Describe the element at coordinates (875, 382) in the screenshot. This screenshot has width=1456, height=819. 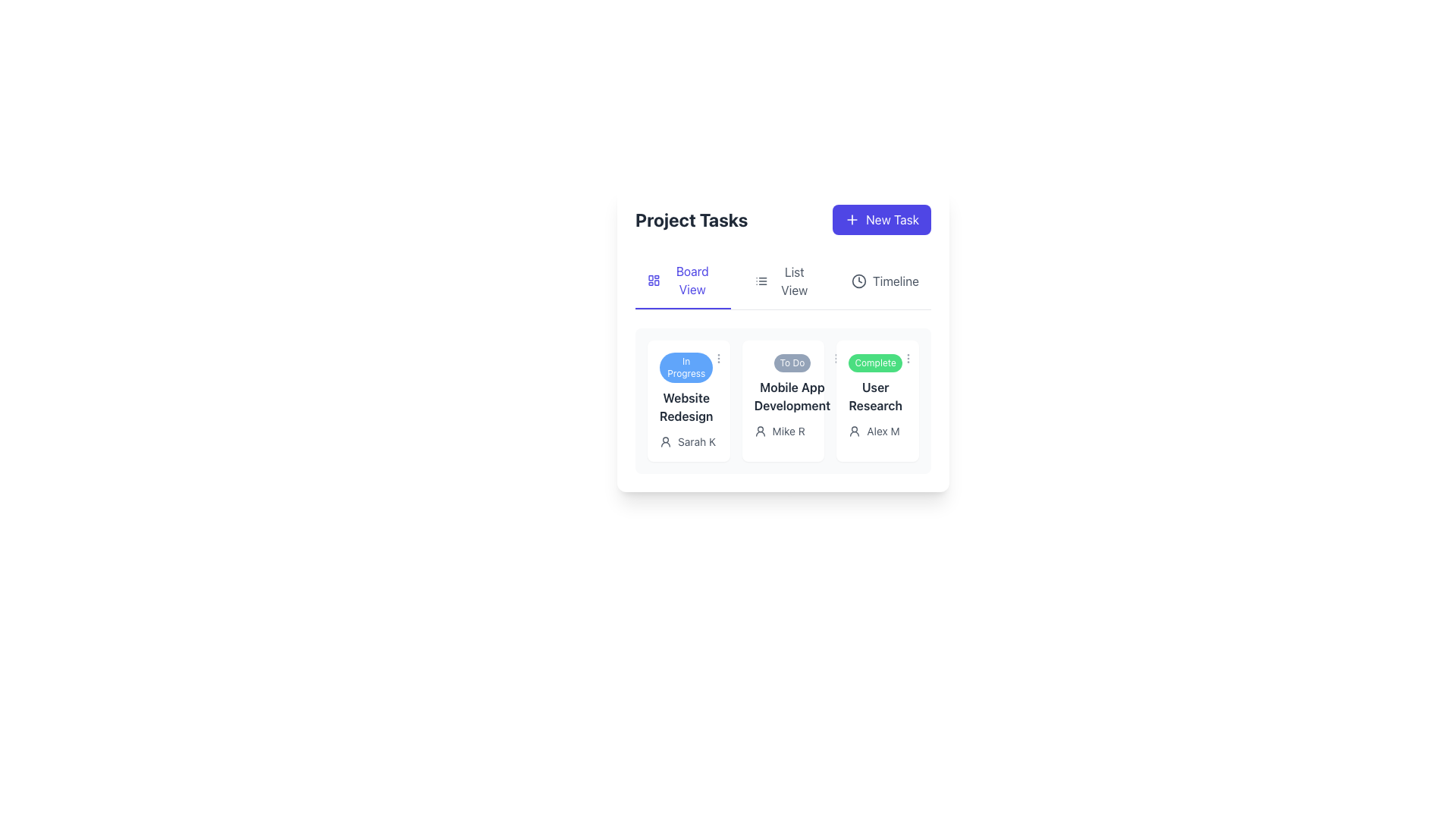
I see `the 'User Research' card which has a green 'Complete' badge at the top and is the third card in the 'Project Tasks' section under 'Board View'` at that location.